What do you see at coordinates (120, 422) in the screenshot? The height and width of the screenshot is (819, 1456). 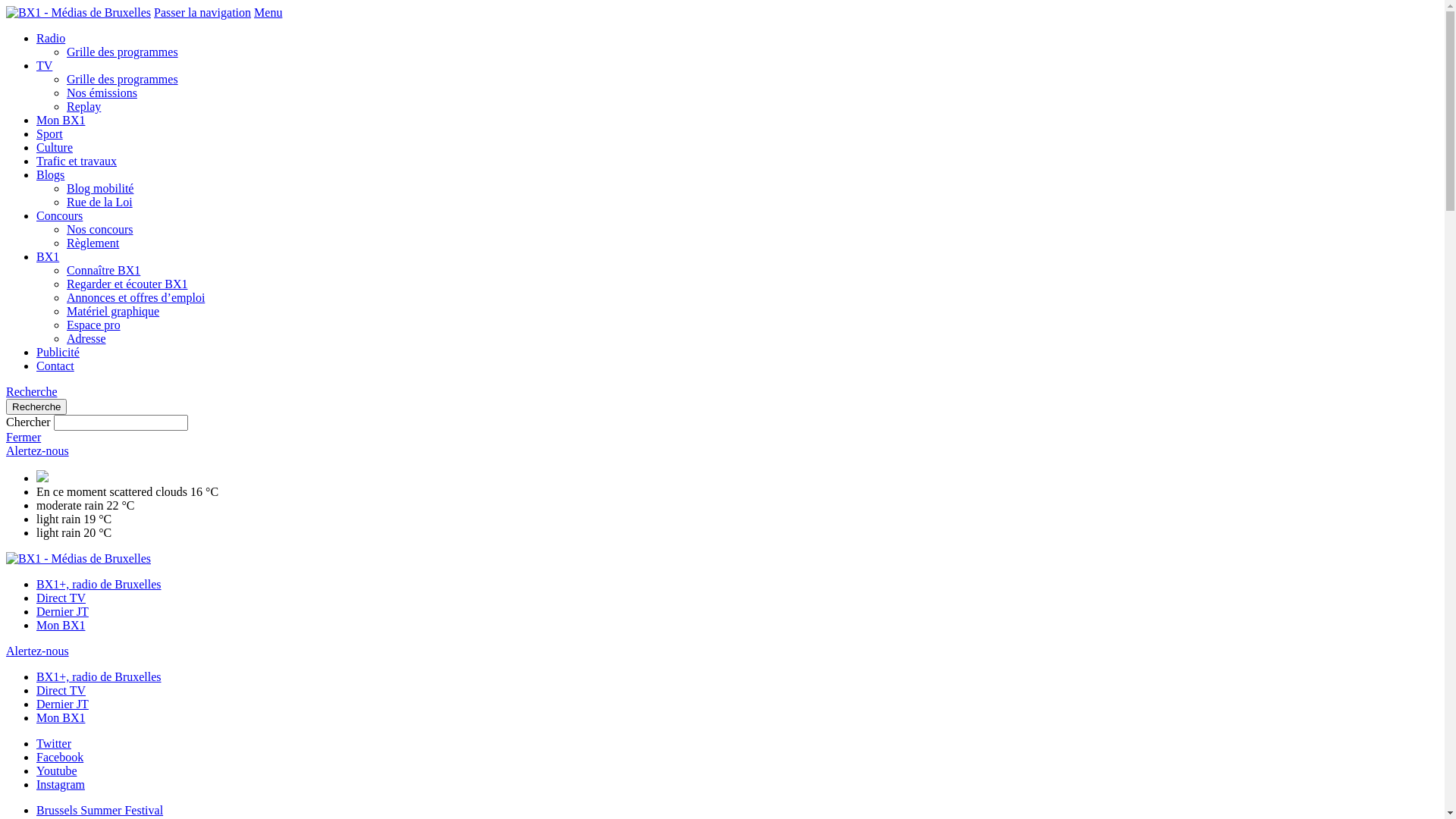 I see `'Rechercher les mots-clefs'` at bounding box center [120, 422].